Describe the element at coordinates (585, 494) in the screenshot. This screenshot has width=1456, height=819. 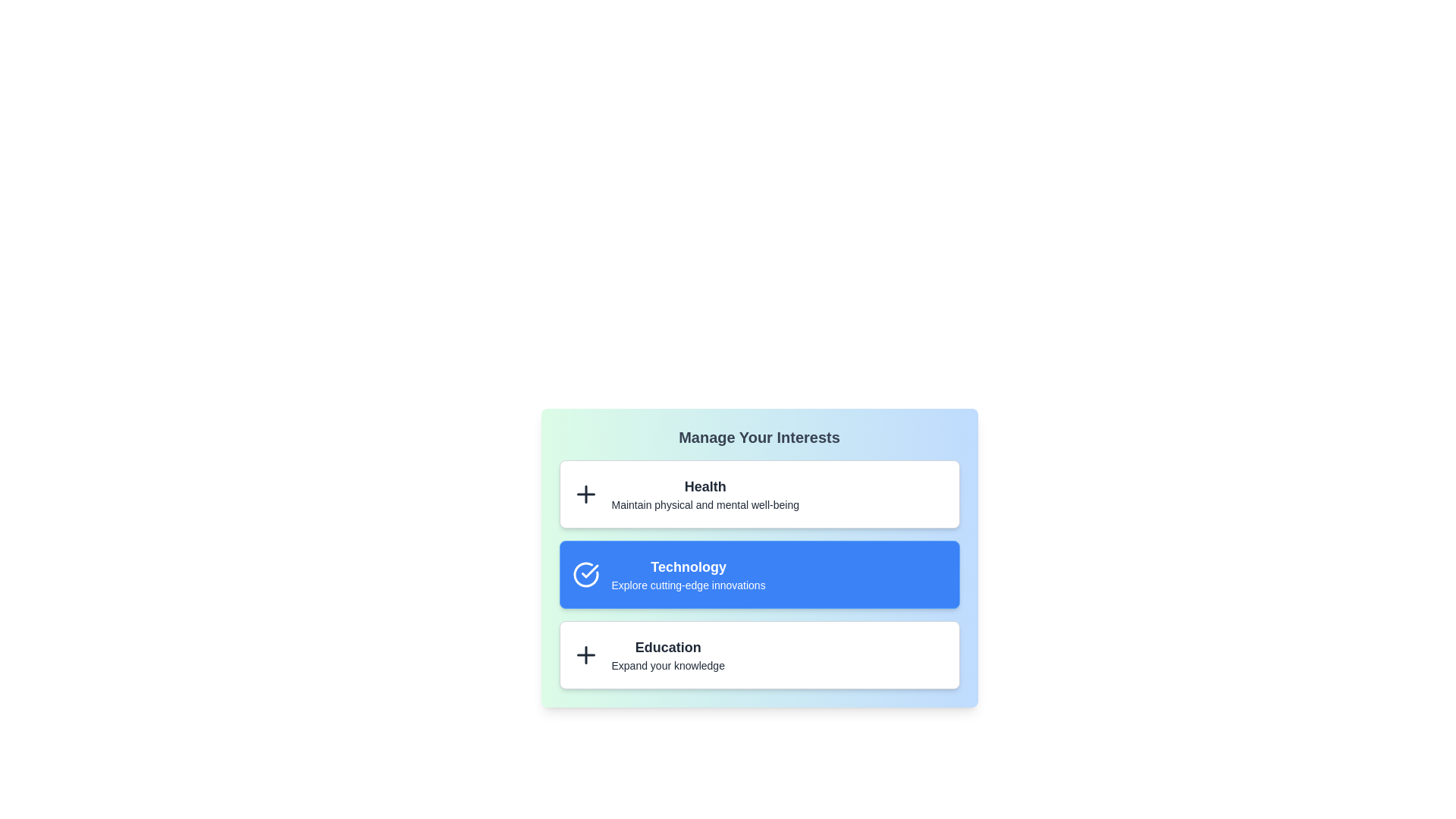
I see `the inactive item corresponding to Health to activate it` at that location.